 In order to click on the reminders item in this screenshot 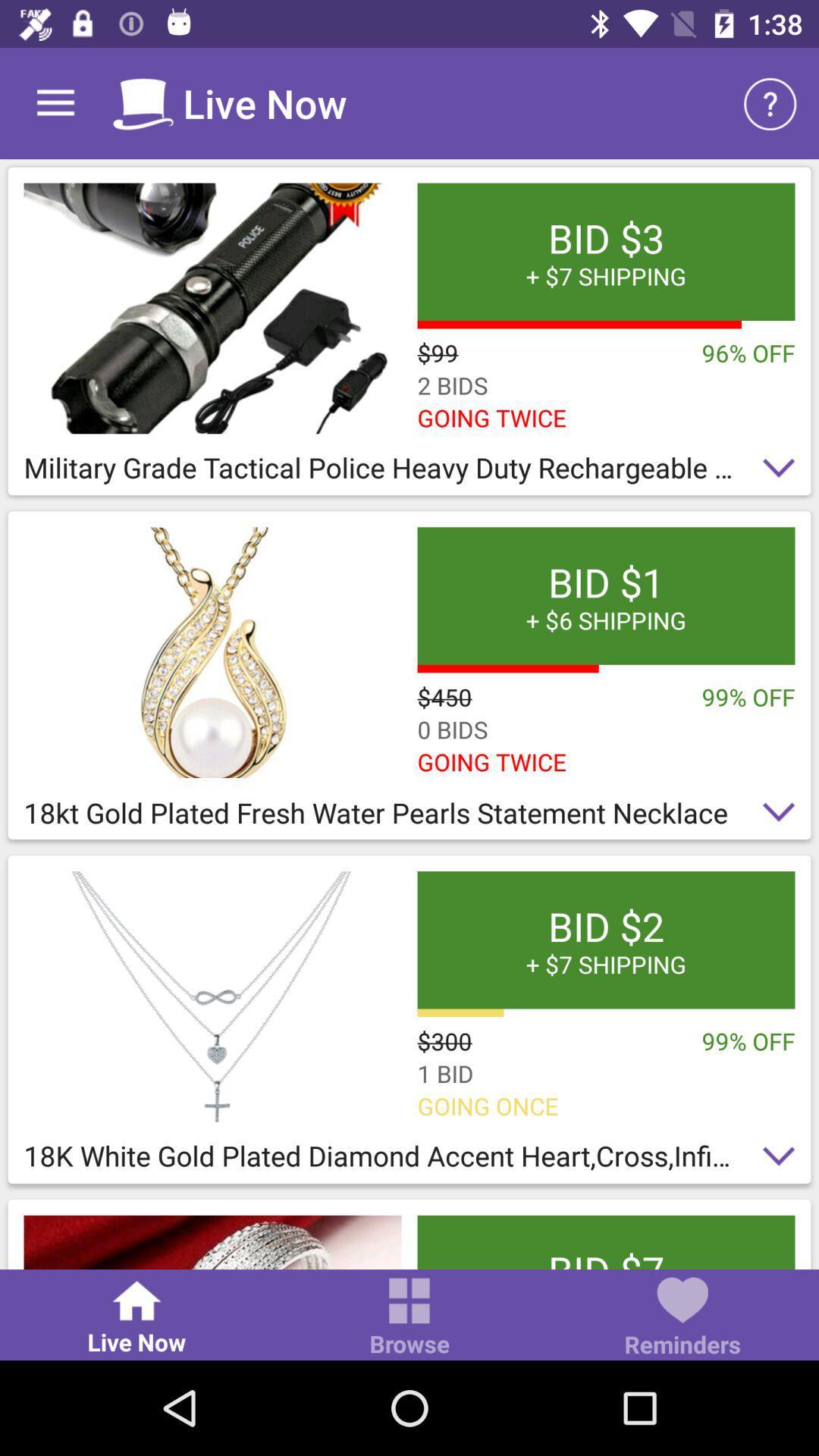, I will do `click(681, 1318)`.